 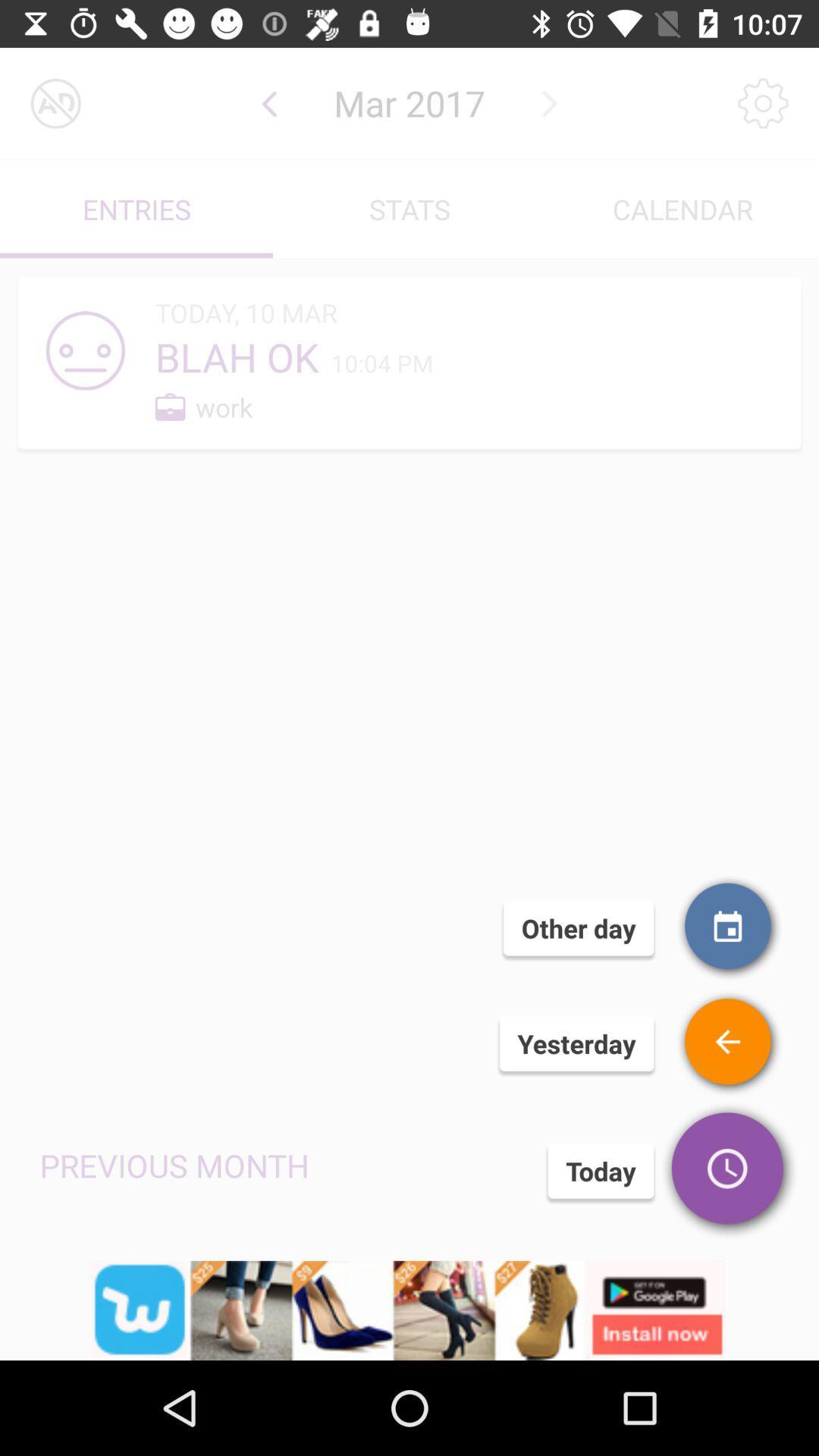 I want to click on the text left side of today, so click(x=174, y=1164).